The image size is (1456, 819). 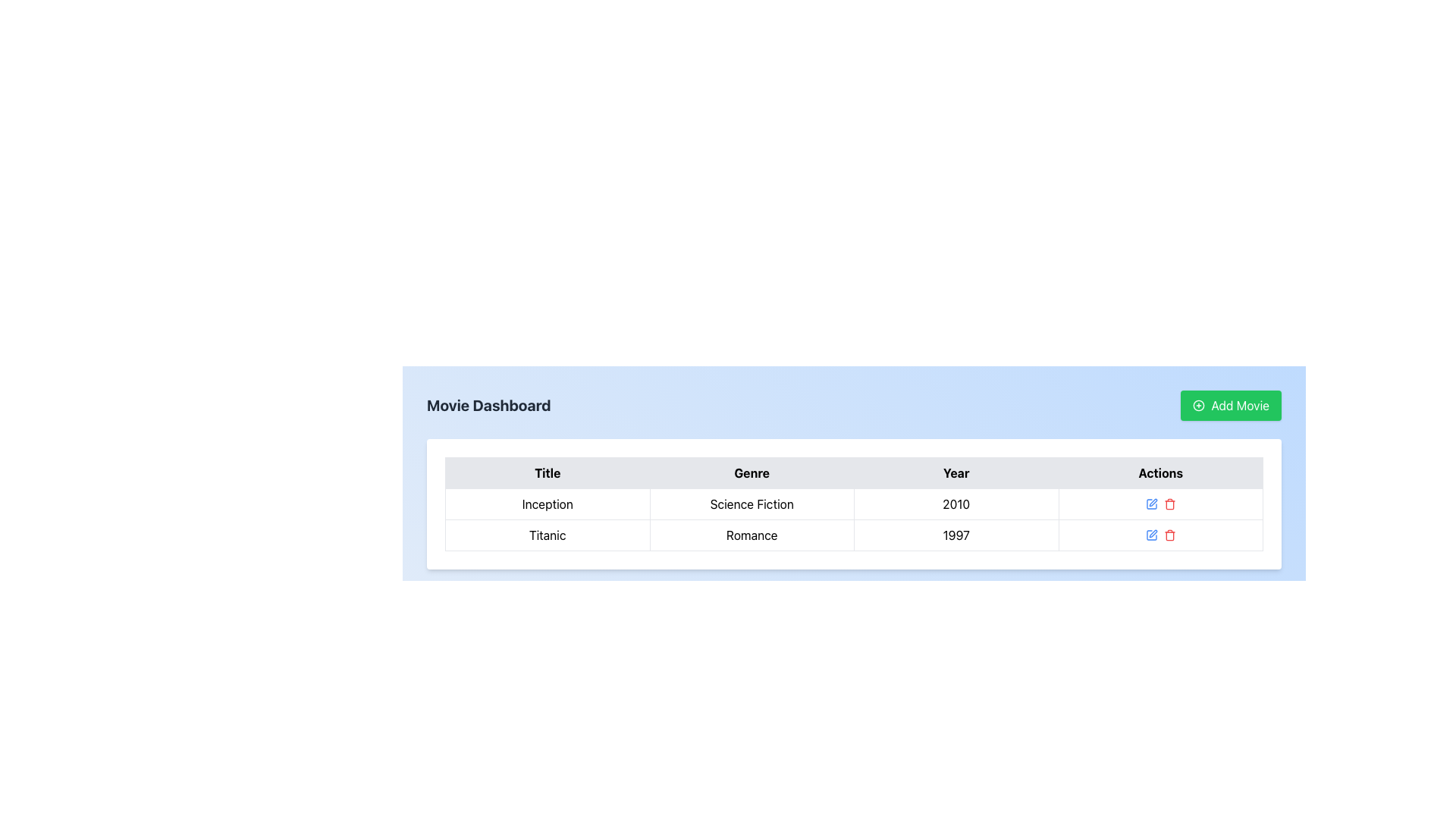 I want to click on the Table Header labeled 'Year', which is the third element in the header row of the table, displaying the text in bold on a grey background, so click(x=955, y=472).